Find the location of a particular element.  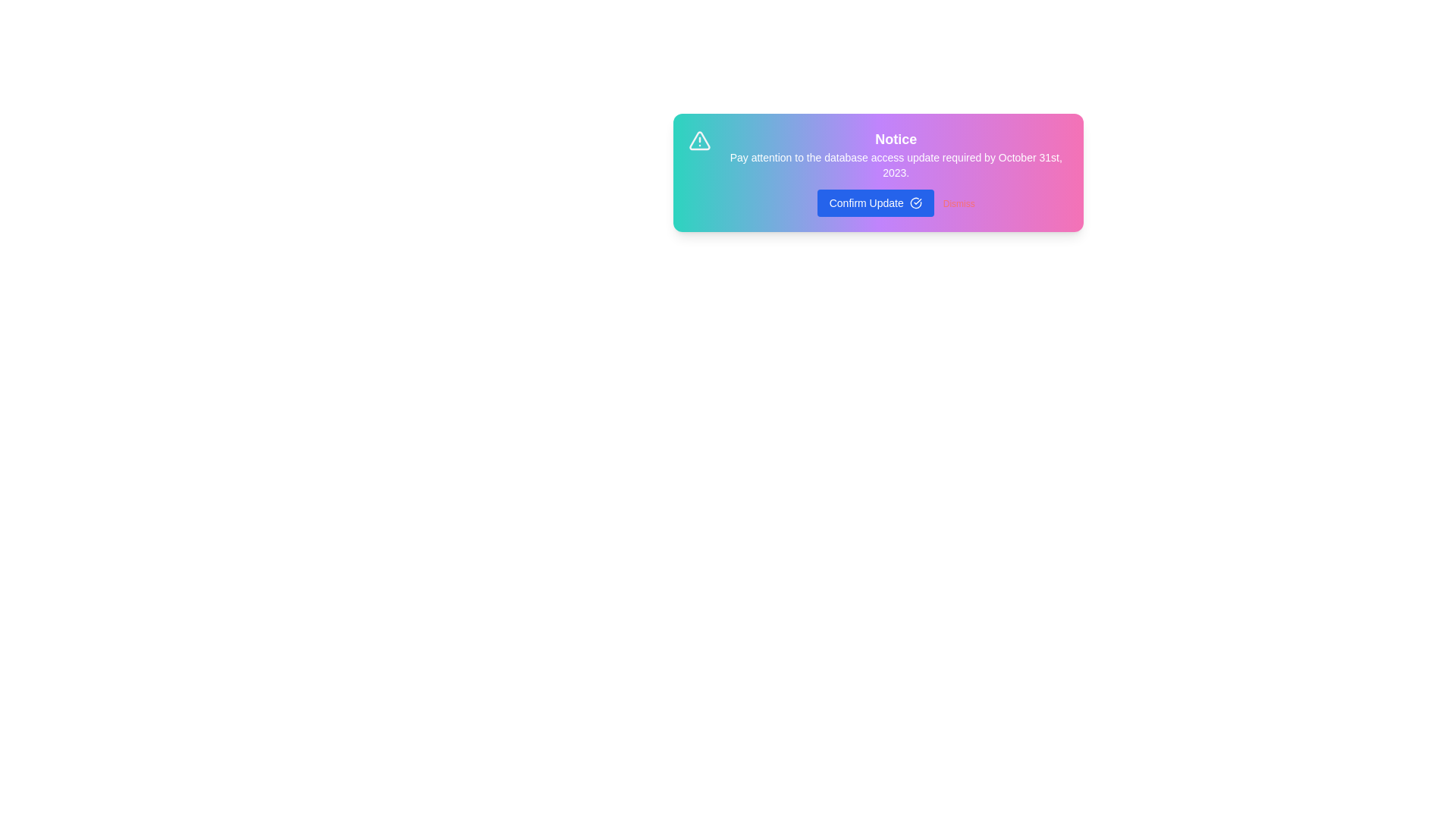

the word 'to' in the alert message is located at coordinates (742, 152).